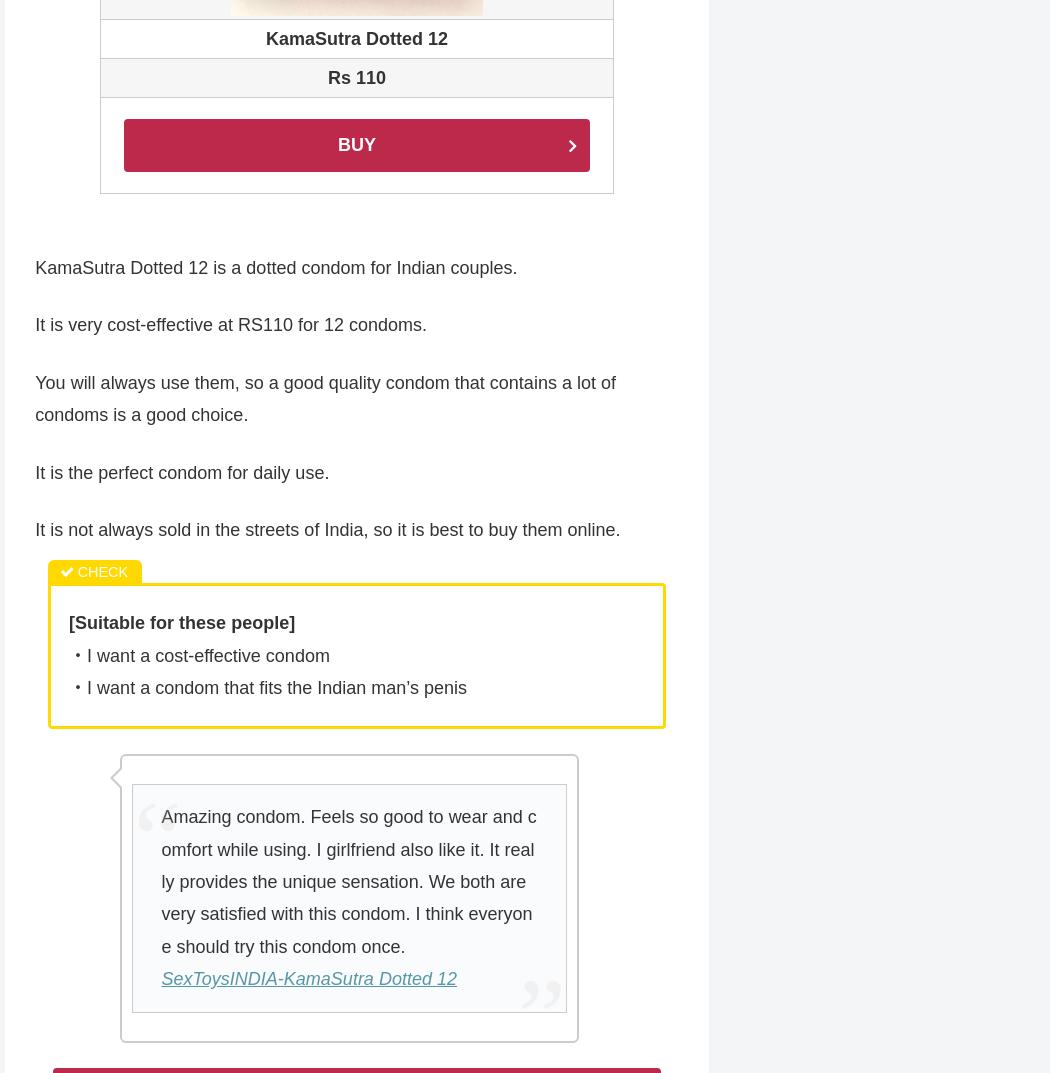 The image size is (1050, 1073). I want to click on '・I want a cost-effective condom', so click(197, 655).